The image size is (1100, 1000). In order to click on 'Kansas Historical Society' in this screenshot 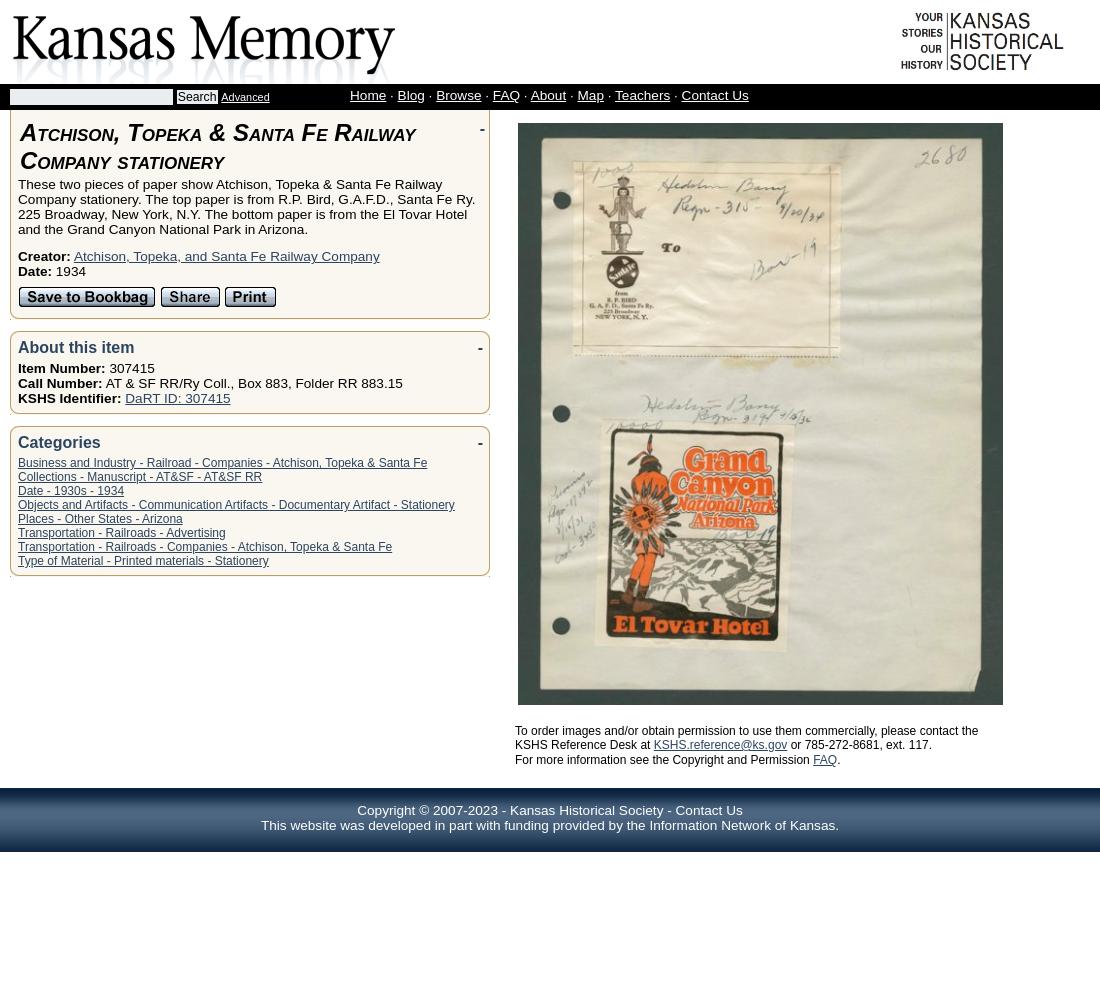, I will do `click(585, 810)`.